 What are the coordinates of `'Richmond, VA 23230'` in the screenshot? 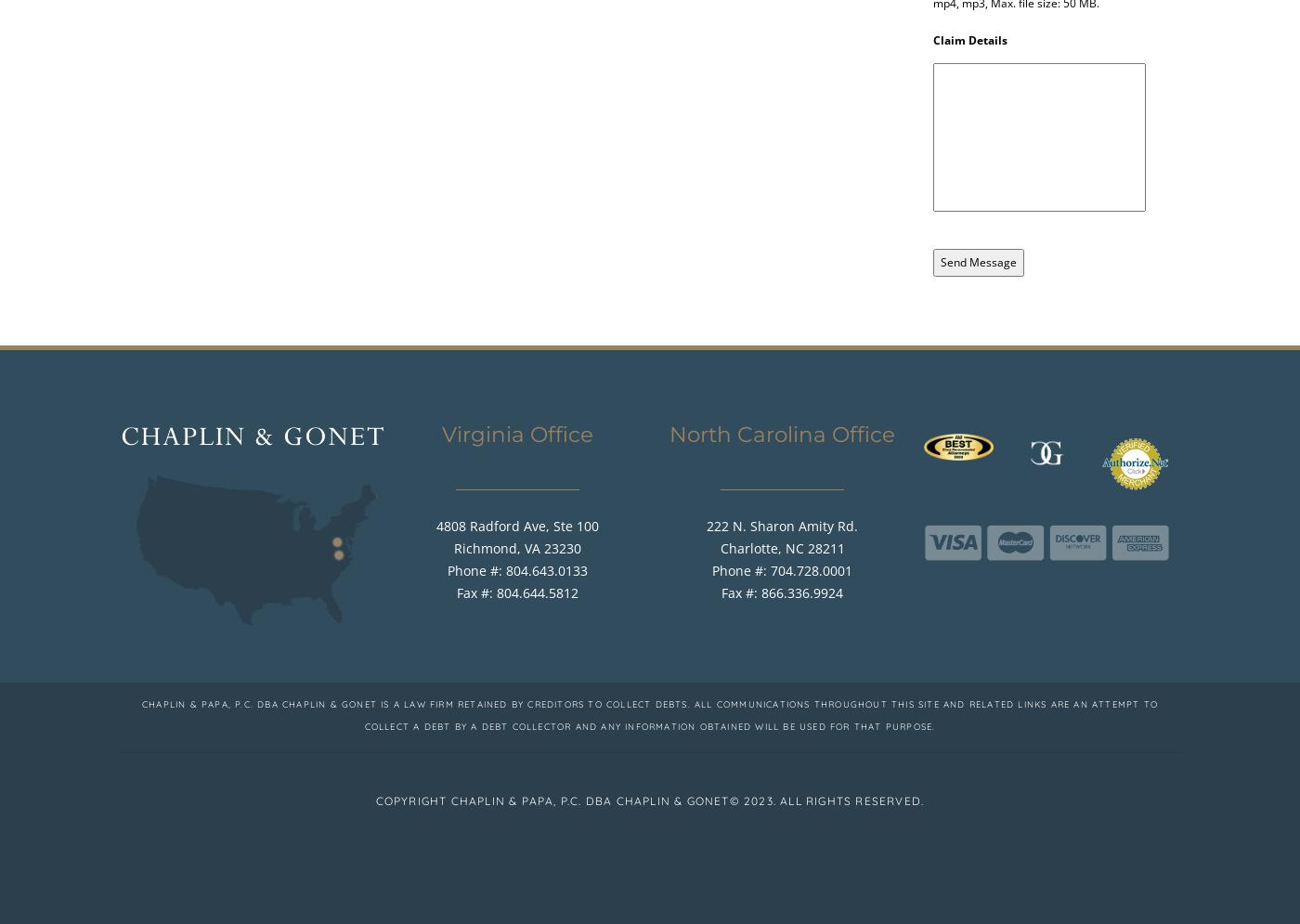 It's located at (454, 546).